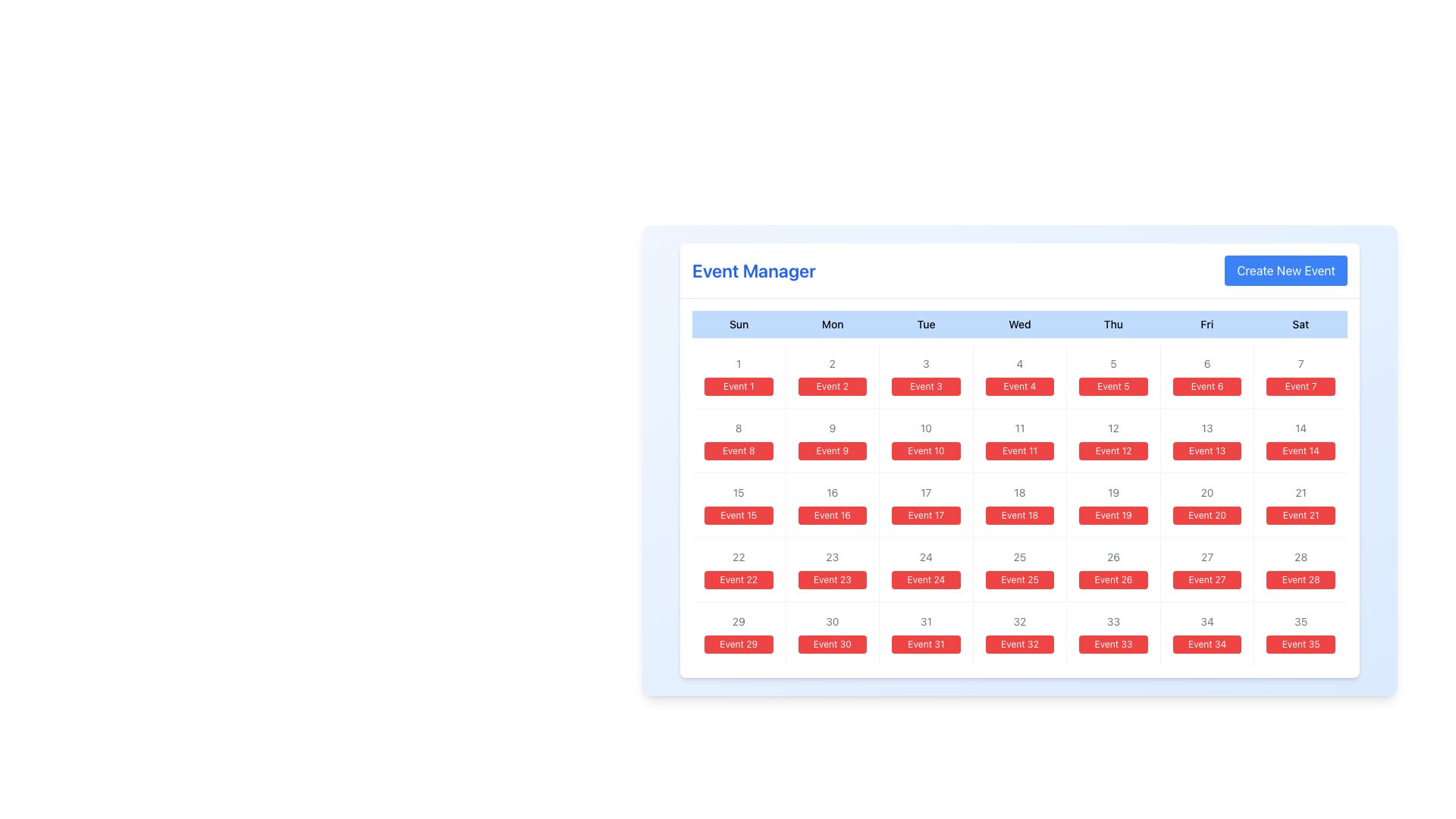  Describe the element at coordinates (1113, 493) in the screenshot. I see `the text label indicating the day of the month in the fifth column and third row of the calendar view, positioned above the 'Event 19' red button` at that location.